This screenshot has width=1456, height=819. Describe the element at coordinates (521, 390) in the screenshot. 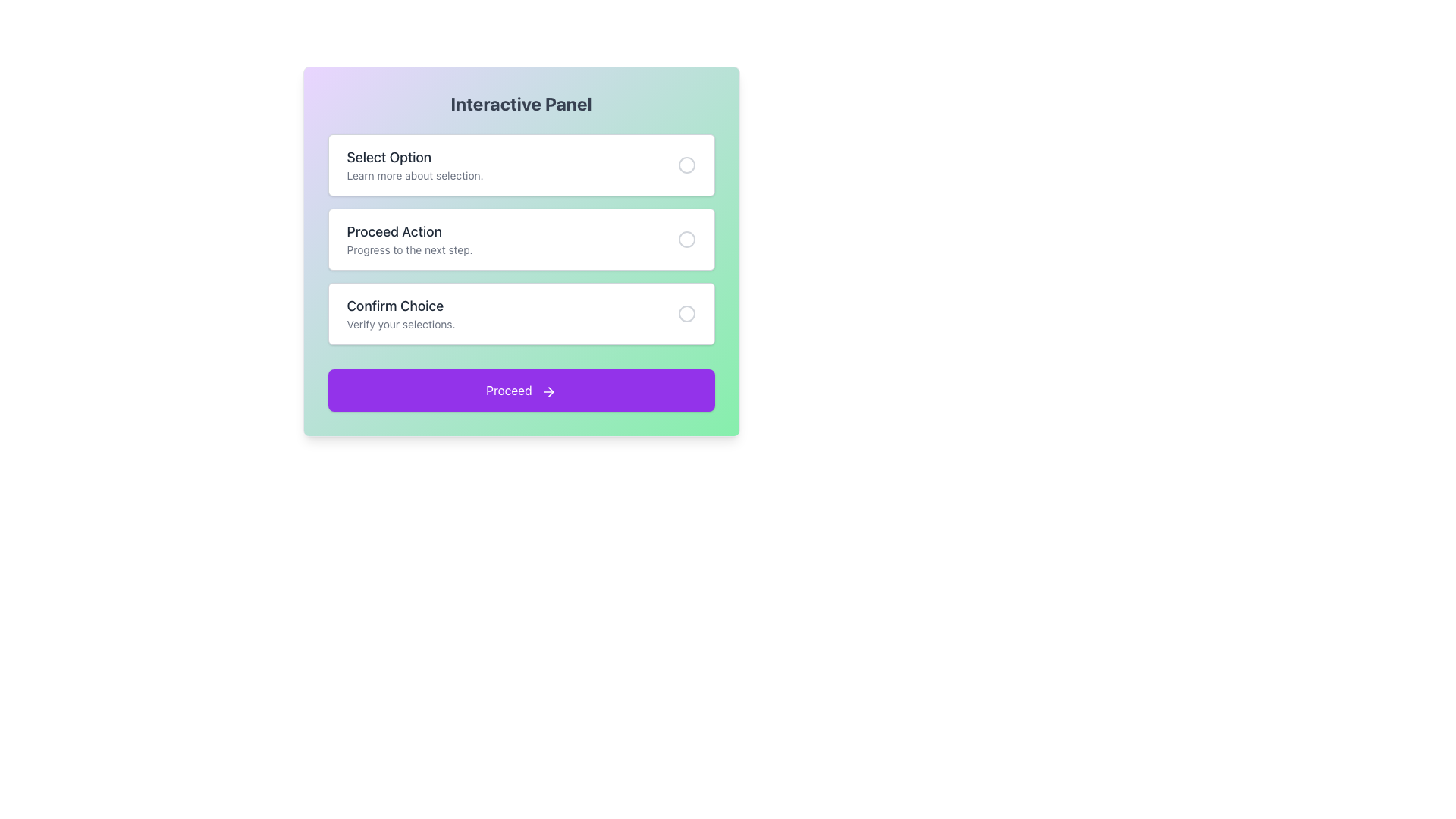

I see `the call-to-action button located at the bottom of the interactive panel to proceed to the next step` at that location.